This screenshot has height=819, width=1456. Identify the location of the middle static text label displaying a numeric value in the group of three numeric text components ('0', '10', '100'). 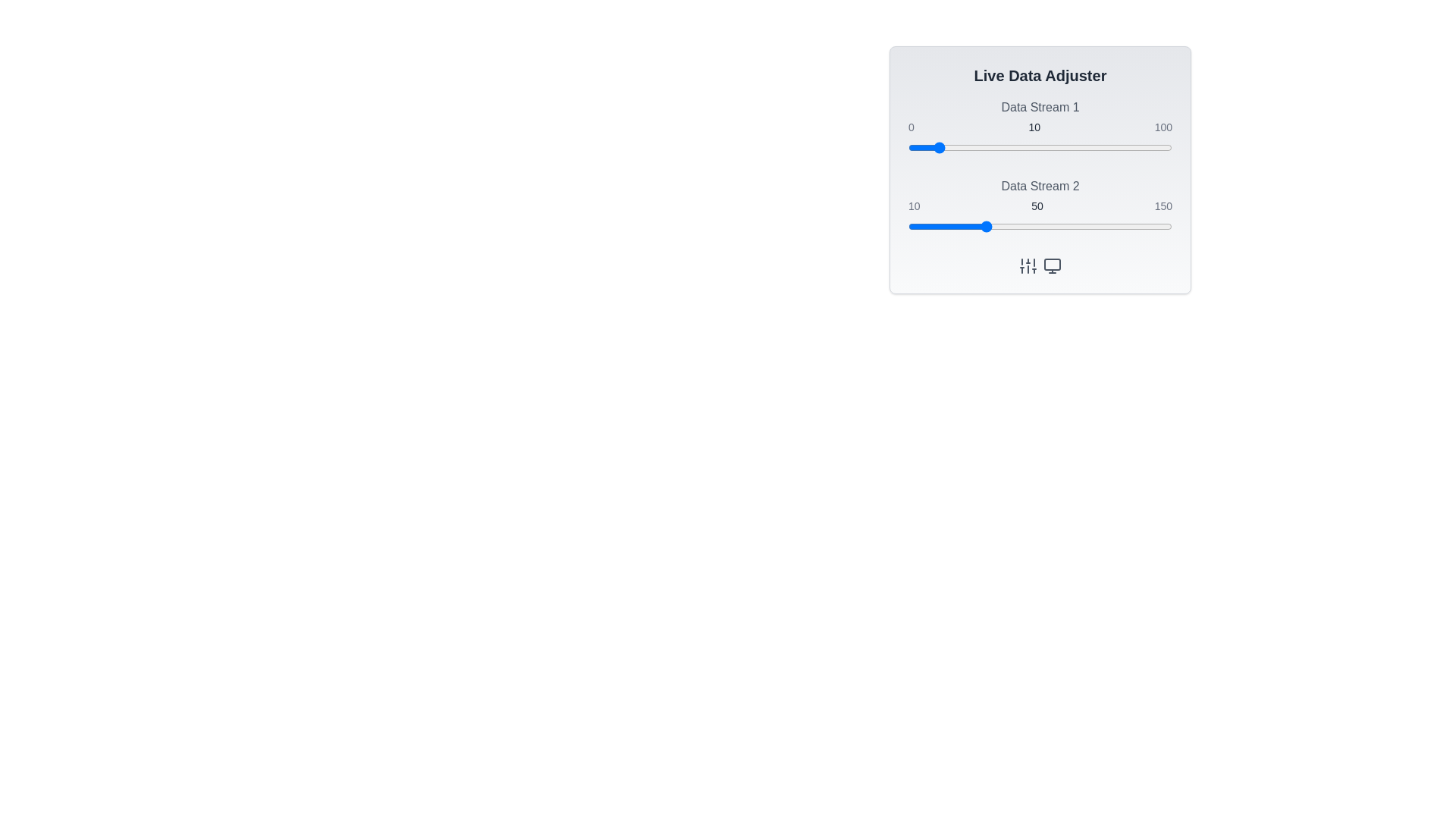
(1034, 127).